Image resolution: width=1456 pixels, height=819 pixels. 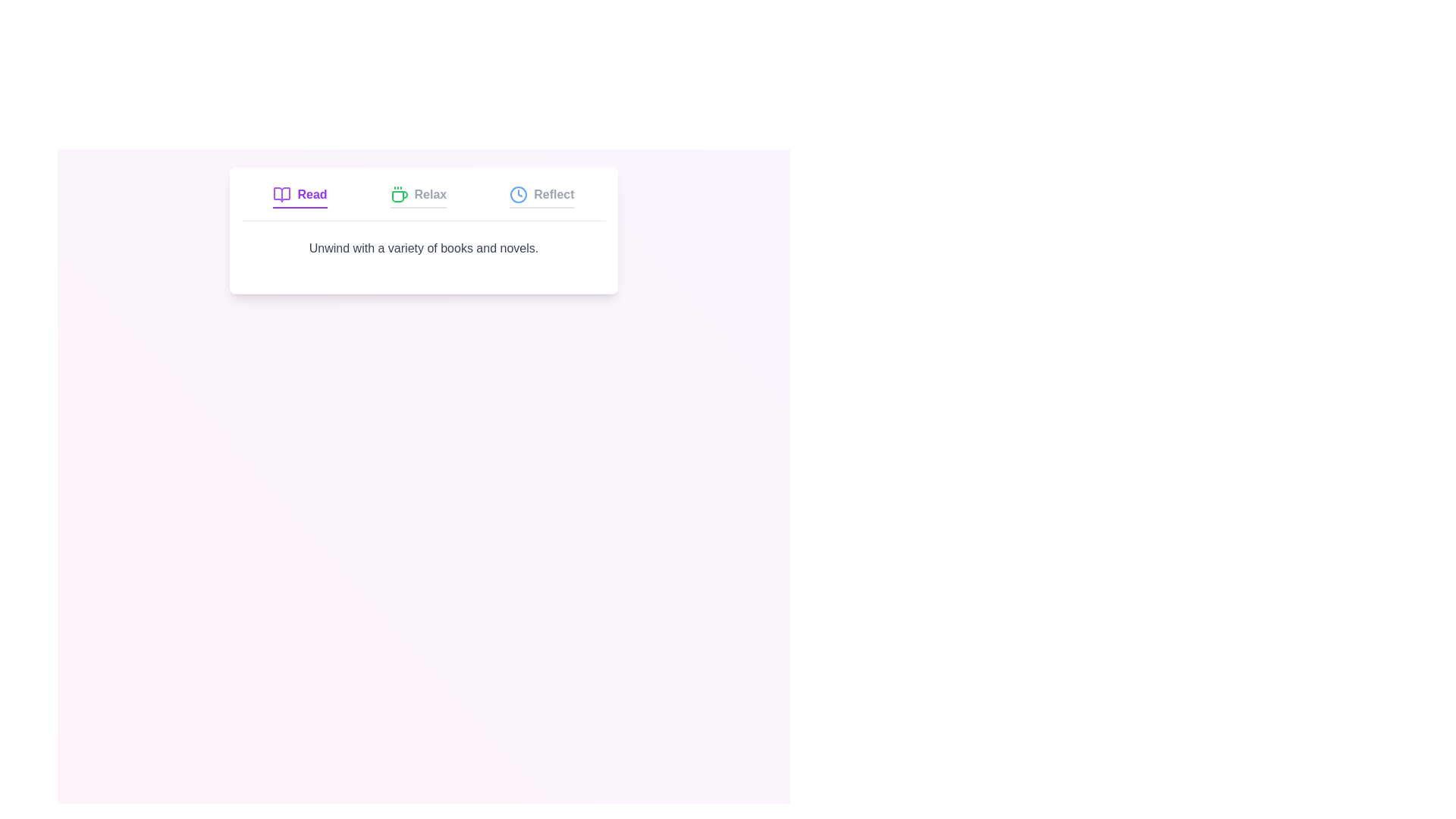 I want to click on the Read tab to activate it, so click(x=300, y=196).